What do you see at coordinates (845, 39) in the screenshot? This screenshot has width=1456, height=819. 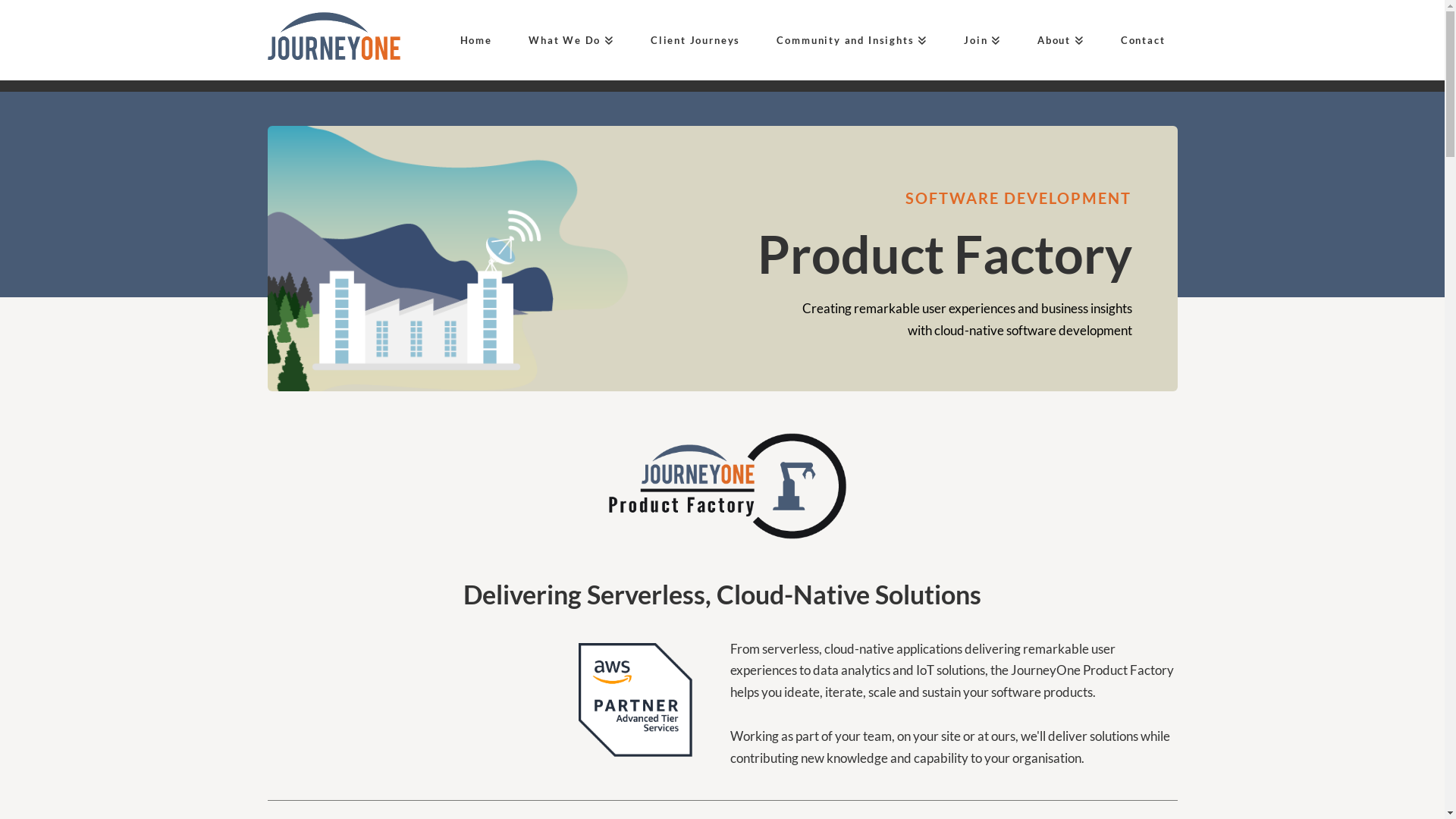 I see `'Community and Insights'` at bounding box center [845, 39].